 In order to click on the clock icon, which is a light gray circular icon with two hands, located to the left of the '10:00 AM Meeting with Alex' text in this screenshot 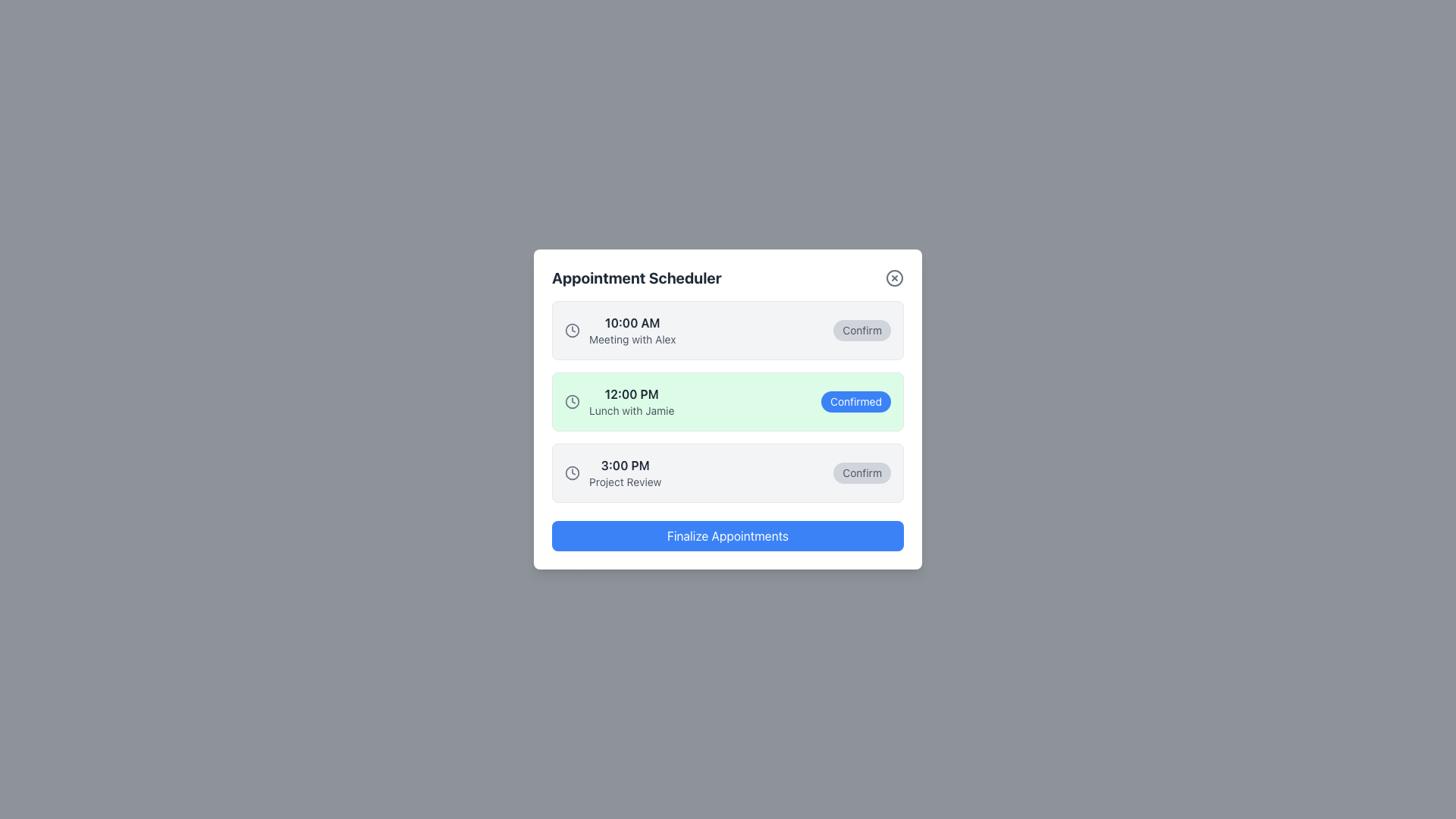, I will do `click(571, 329)`.